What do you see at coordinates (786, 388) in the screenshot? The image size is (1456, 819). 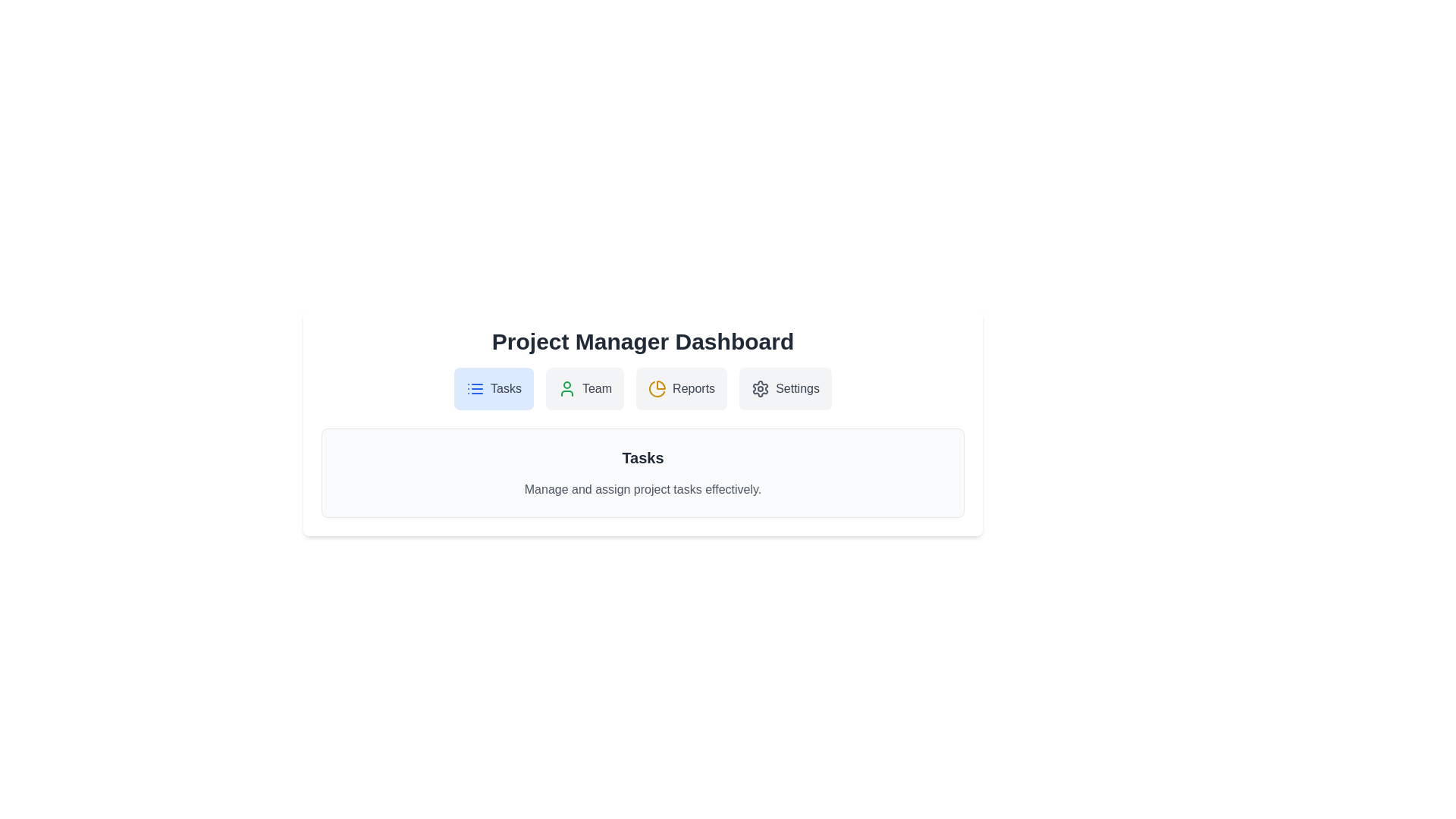 I see `the Settings tab` at bounding box center [786, 388].